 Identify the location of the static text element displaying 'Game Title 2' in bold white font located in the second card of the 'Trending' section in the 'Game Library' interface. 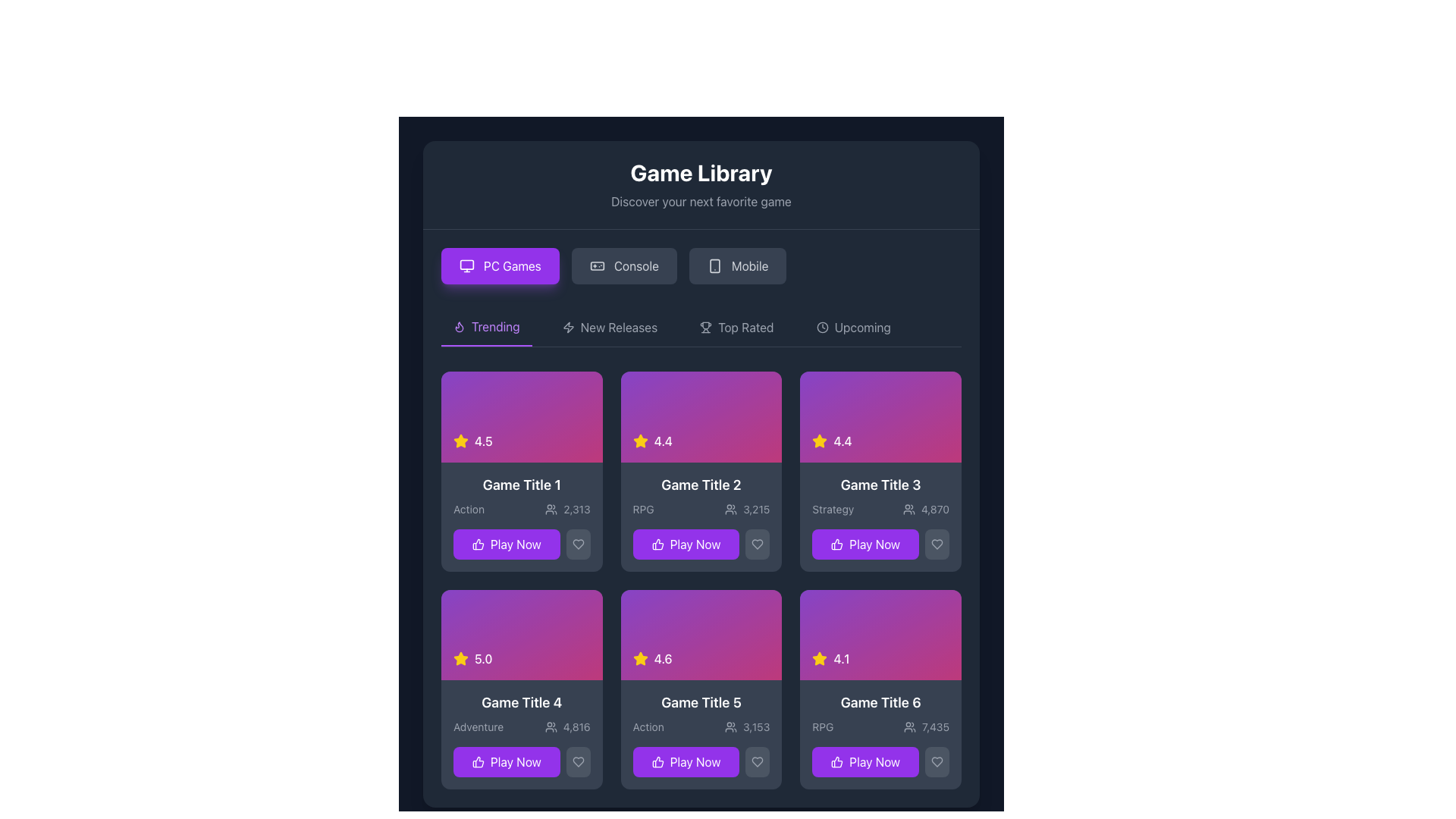
(701, 485).